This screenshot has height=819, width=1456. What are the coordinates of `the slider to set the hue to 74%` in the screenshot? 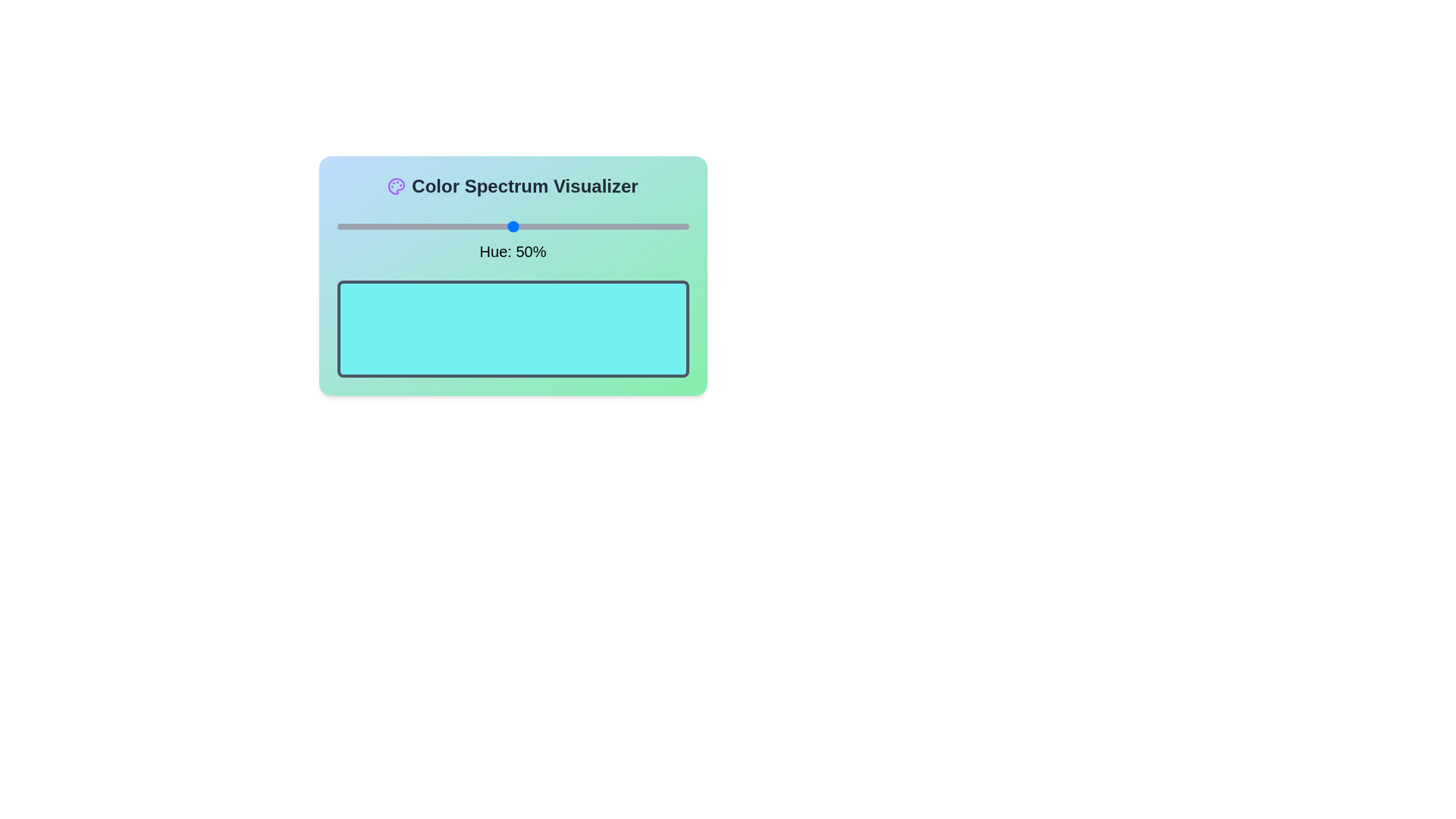 It's located at (596, 227).